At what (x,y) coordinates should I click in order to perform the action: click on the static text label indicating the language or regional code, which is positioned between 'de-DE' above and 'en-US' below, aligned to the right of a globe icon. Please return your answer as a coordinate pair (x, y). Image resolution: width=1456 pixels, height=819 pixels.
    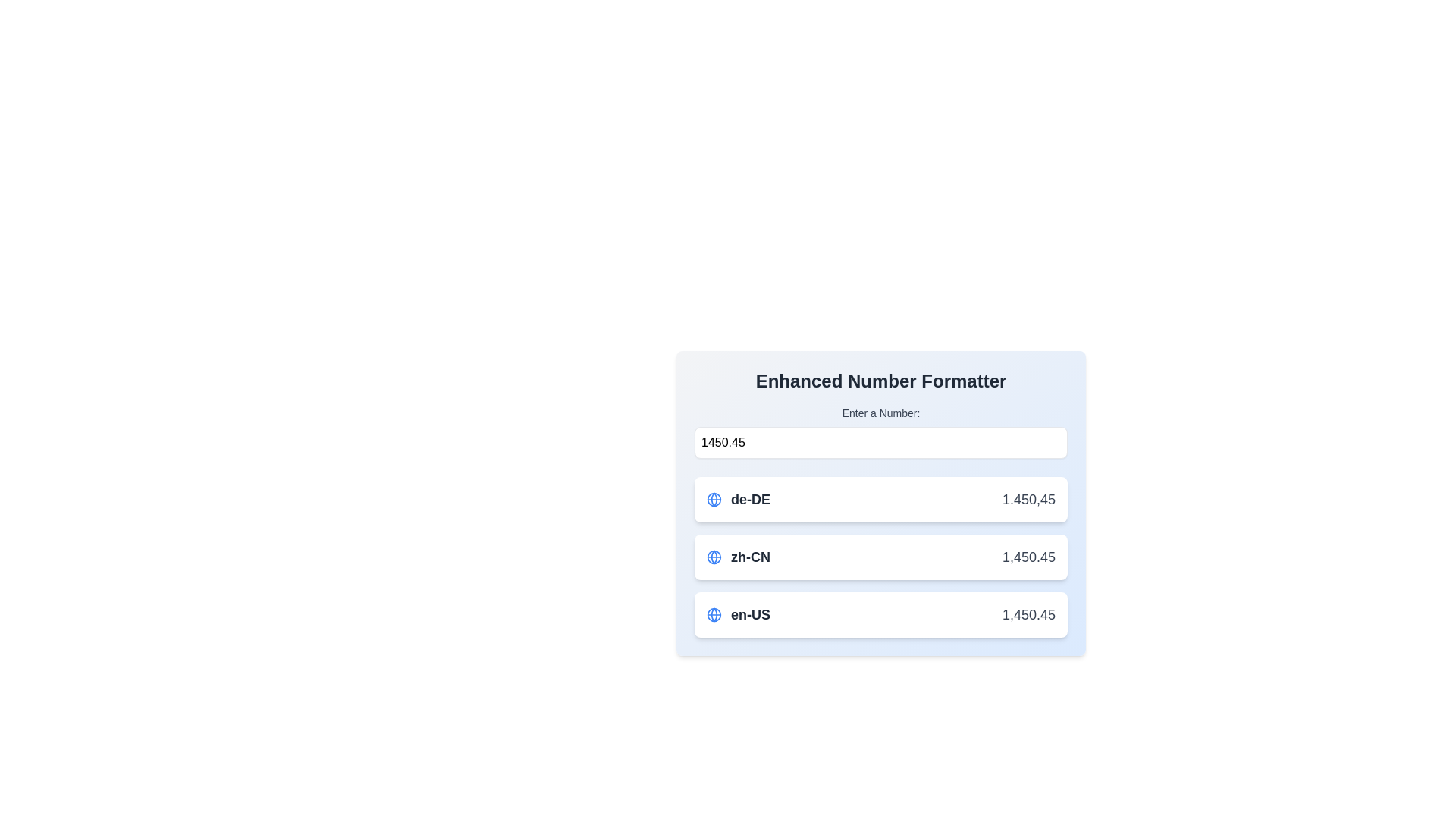
    Looking at the image, I should click on (750, 557).